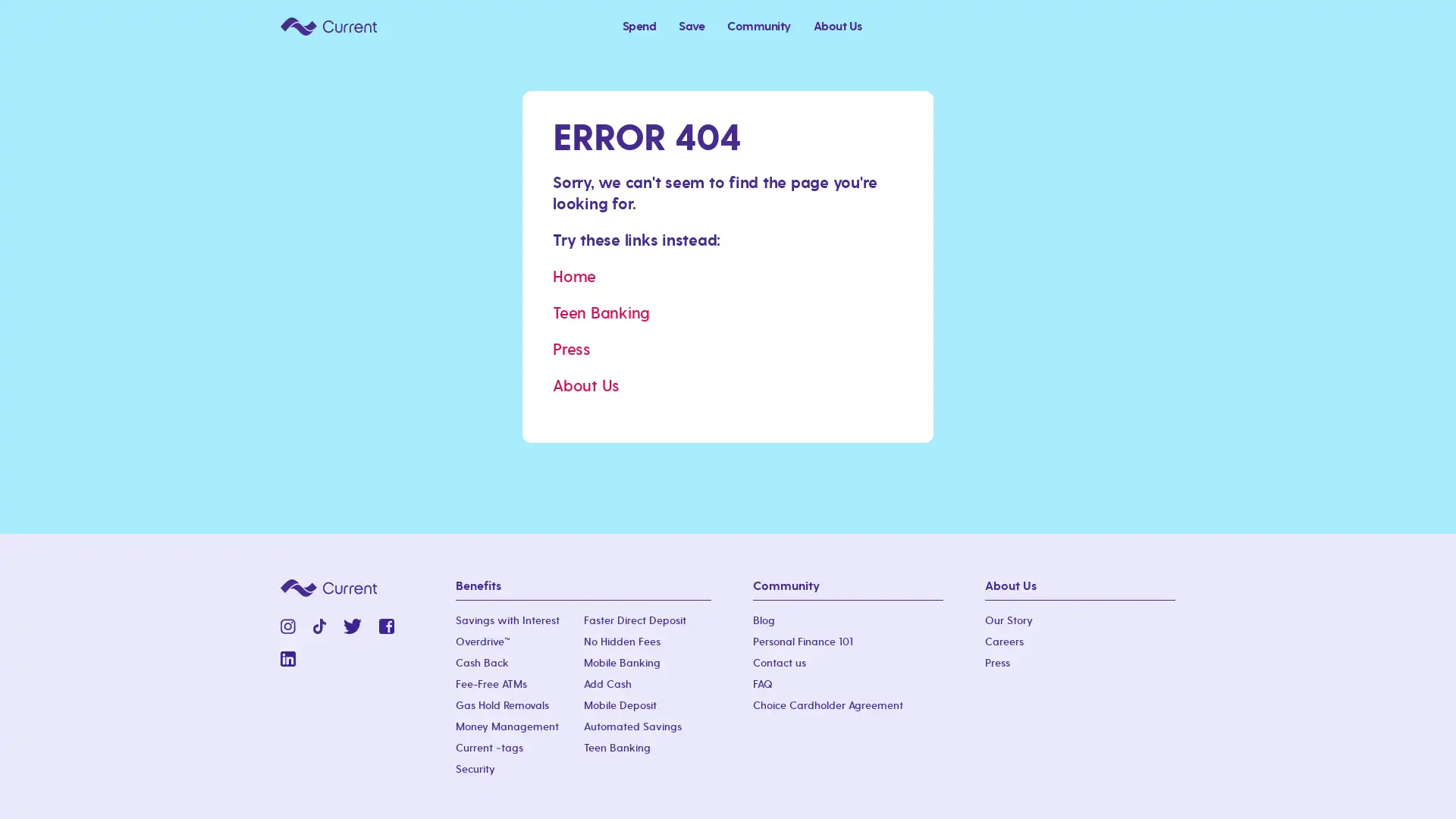 The image size is (1456, 819). I want to click on No Hidden Fees, so click(621, 642).